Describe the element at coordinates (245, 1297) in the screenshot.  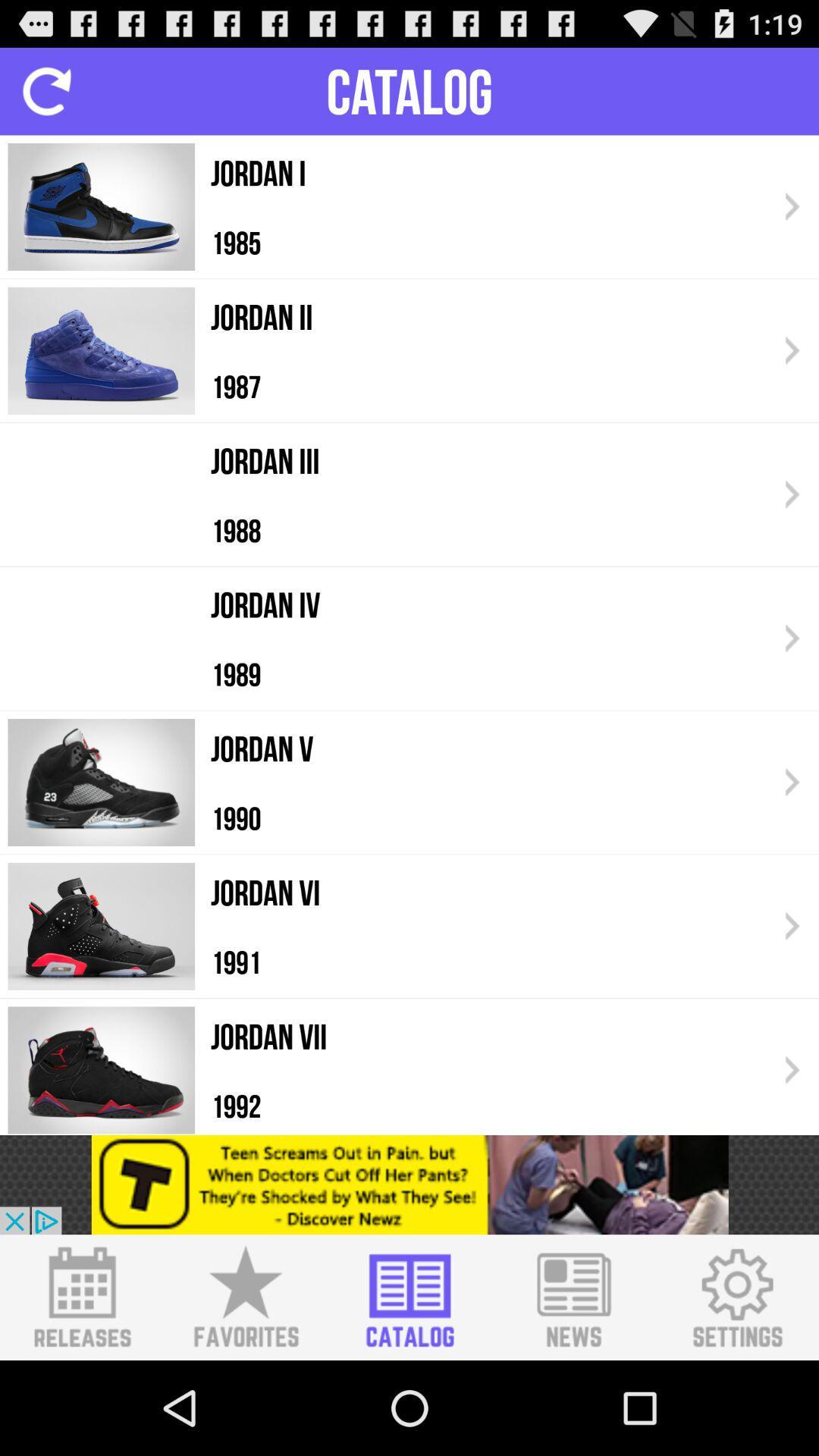
I see `favourites` at that location.